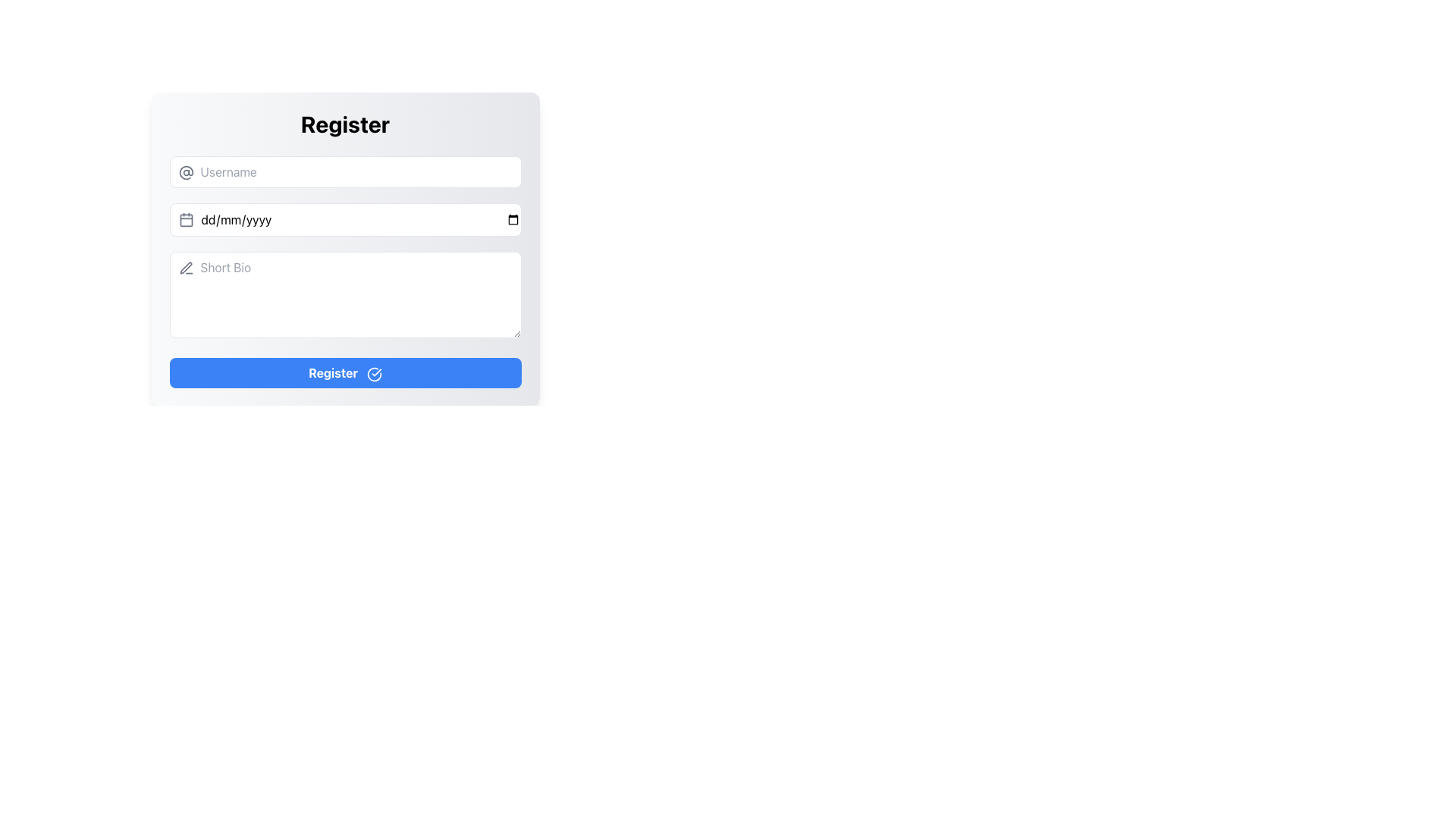  I want to click on the calendar icon located at the top-left corner of the date input field, which aligns with the placeholder text 'dd/mm/yyyy', so click(185, 219).